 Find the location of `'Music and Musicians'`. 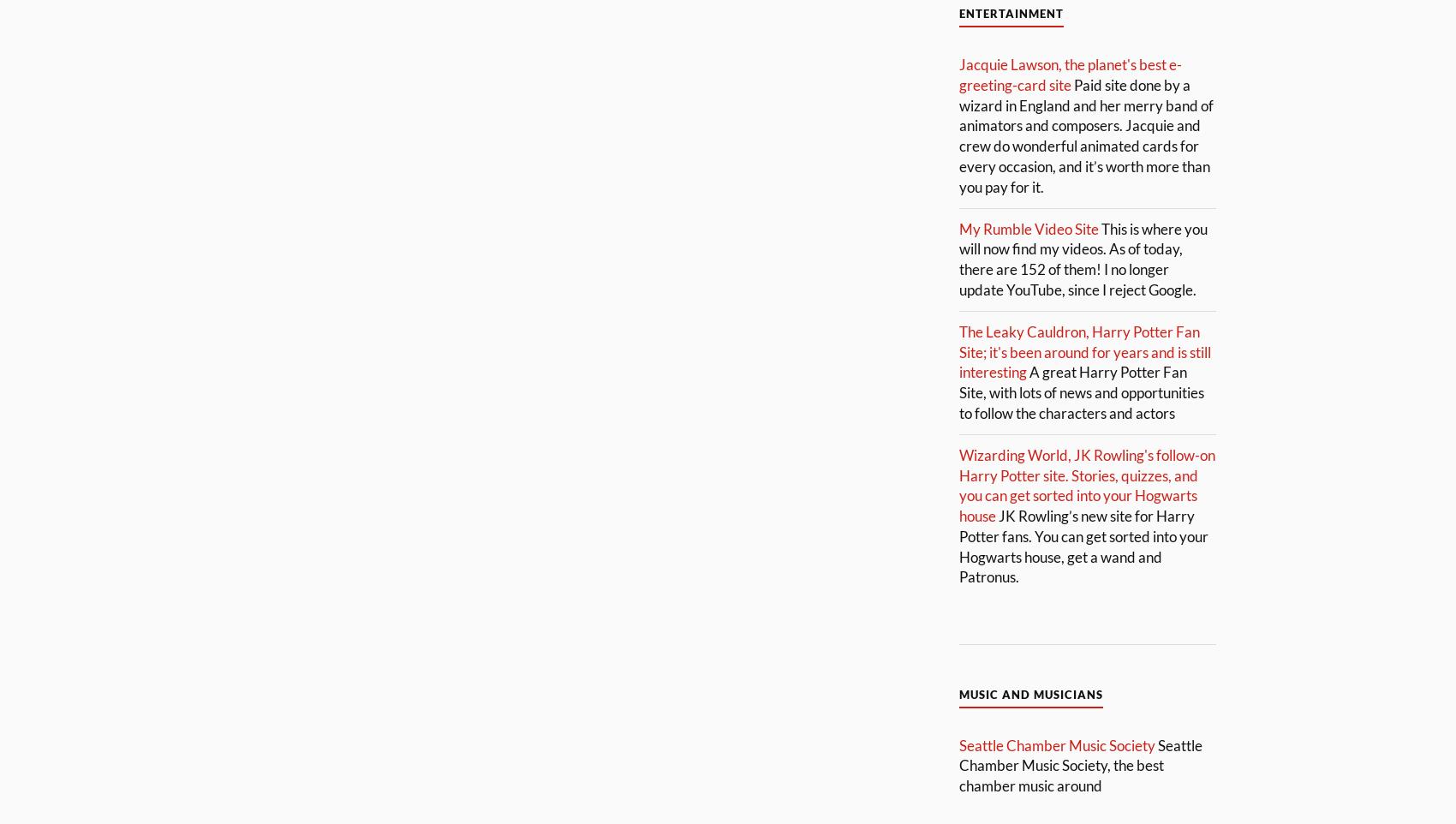

'Music and Musicians' is located at coordinates (1029, 693).